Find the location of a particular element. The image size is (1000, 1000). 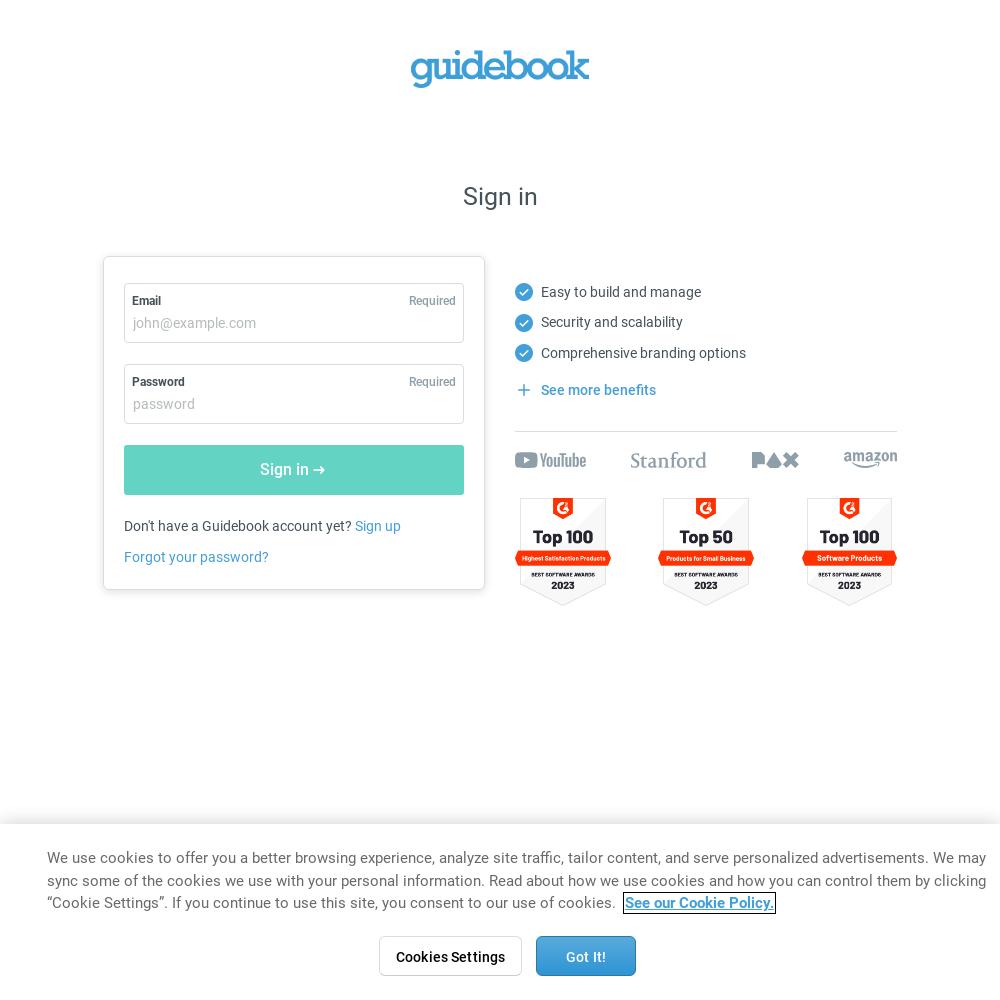

'Don't have a Guidebook account yet?' is located at coordinates (237, 525).